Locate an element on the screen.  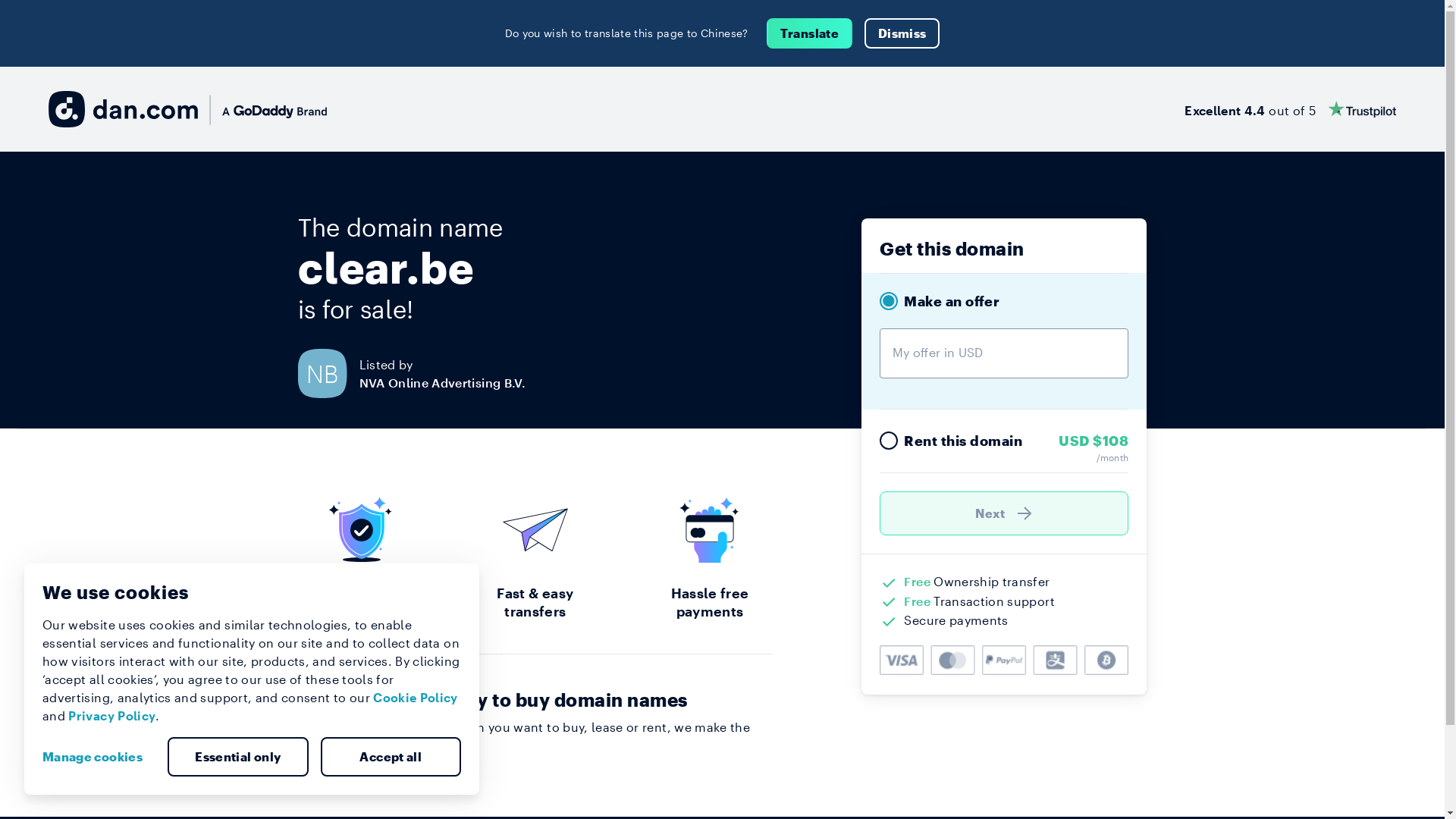
'Translate' is located at coordinates (808, 33).